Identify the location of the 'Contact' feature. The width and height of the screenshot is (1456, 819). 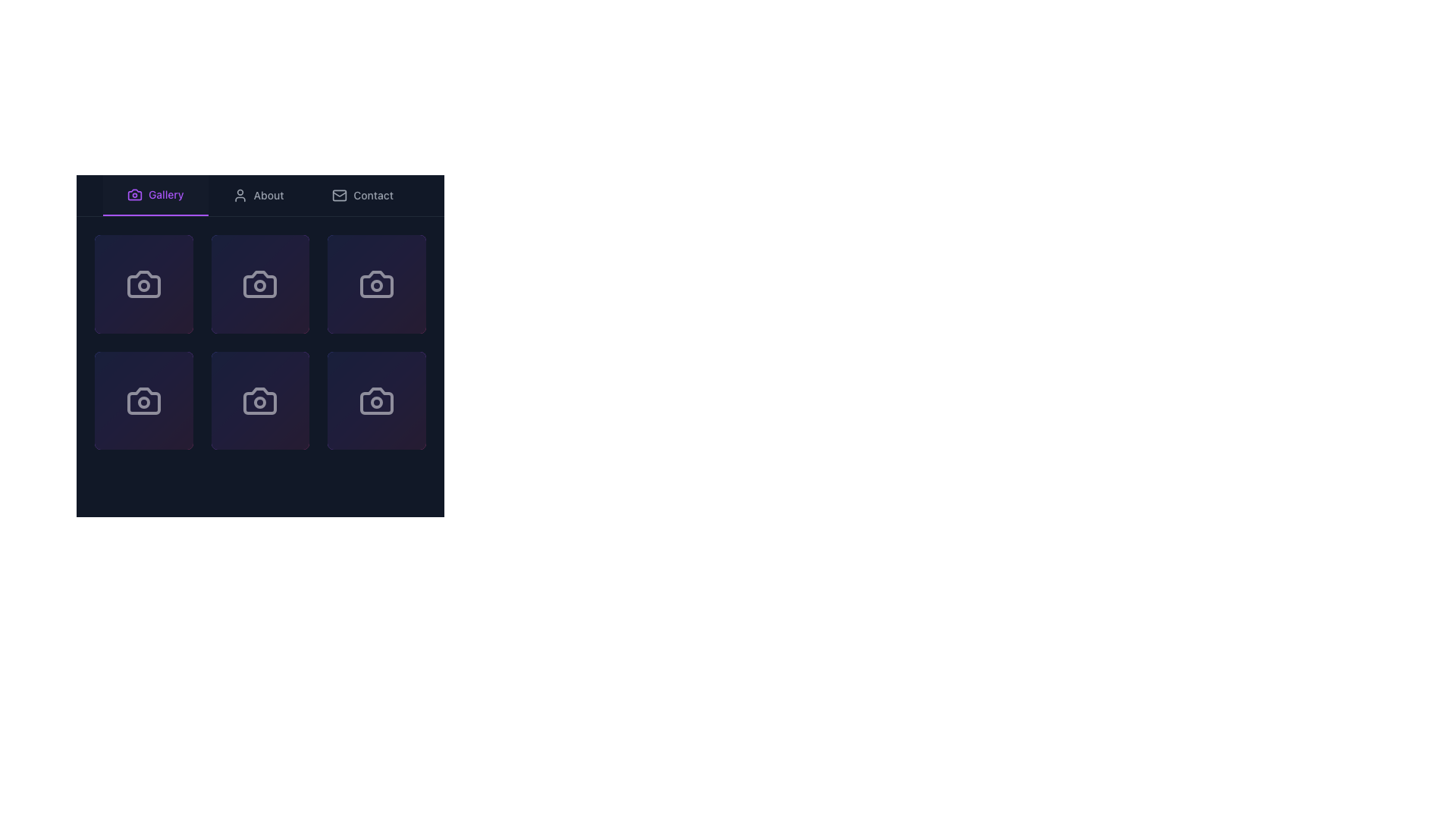
(373, 195).